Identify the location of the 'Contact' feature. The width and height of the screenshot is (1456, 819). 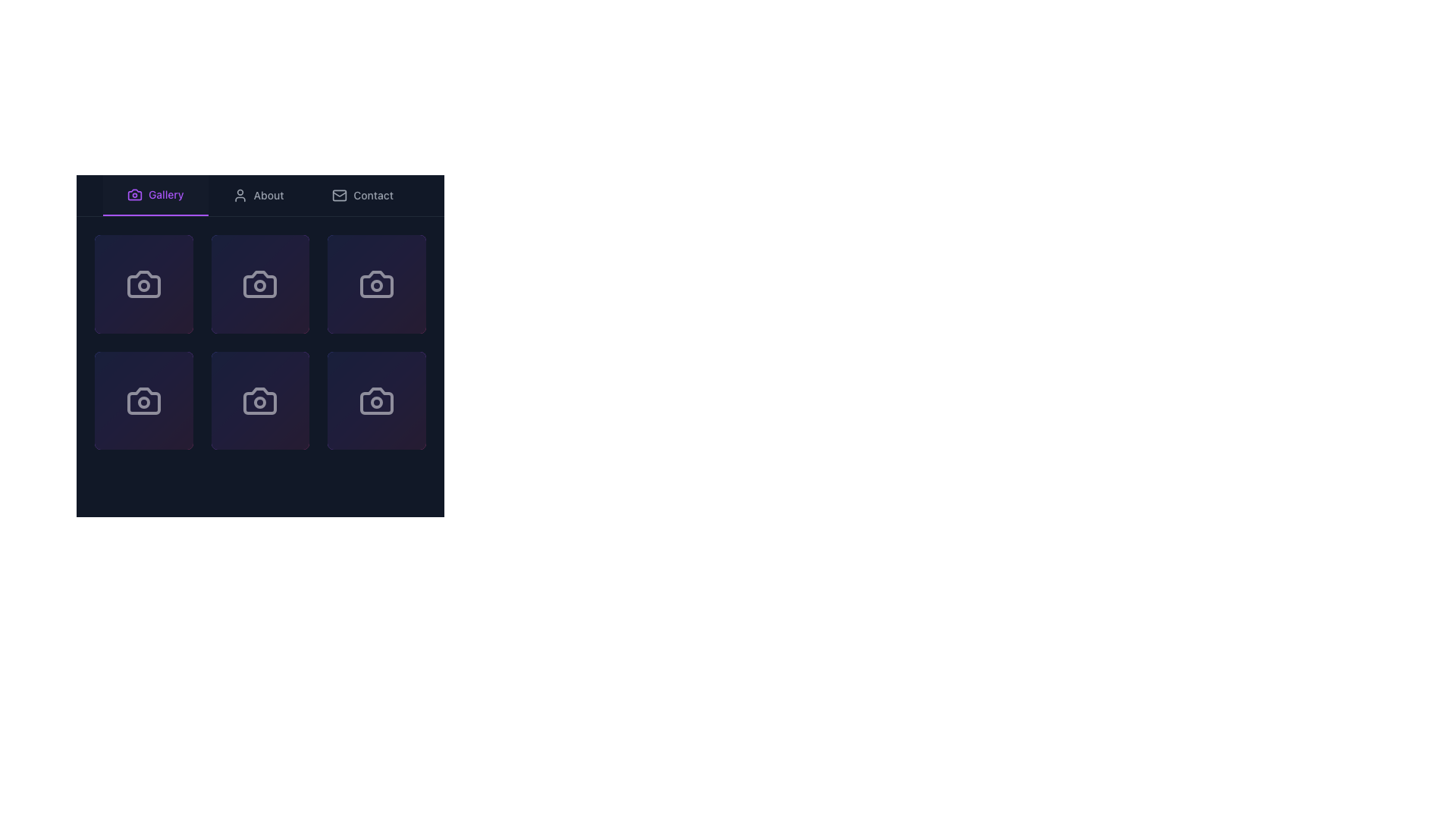
(373, 195).